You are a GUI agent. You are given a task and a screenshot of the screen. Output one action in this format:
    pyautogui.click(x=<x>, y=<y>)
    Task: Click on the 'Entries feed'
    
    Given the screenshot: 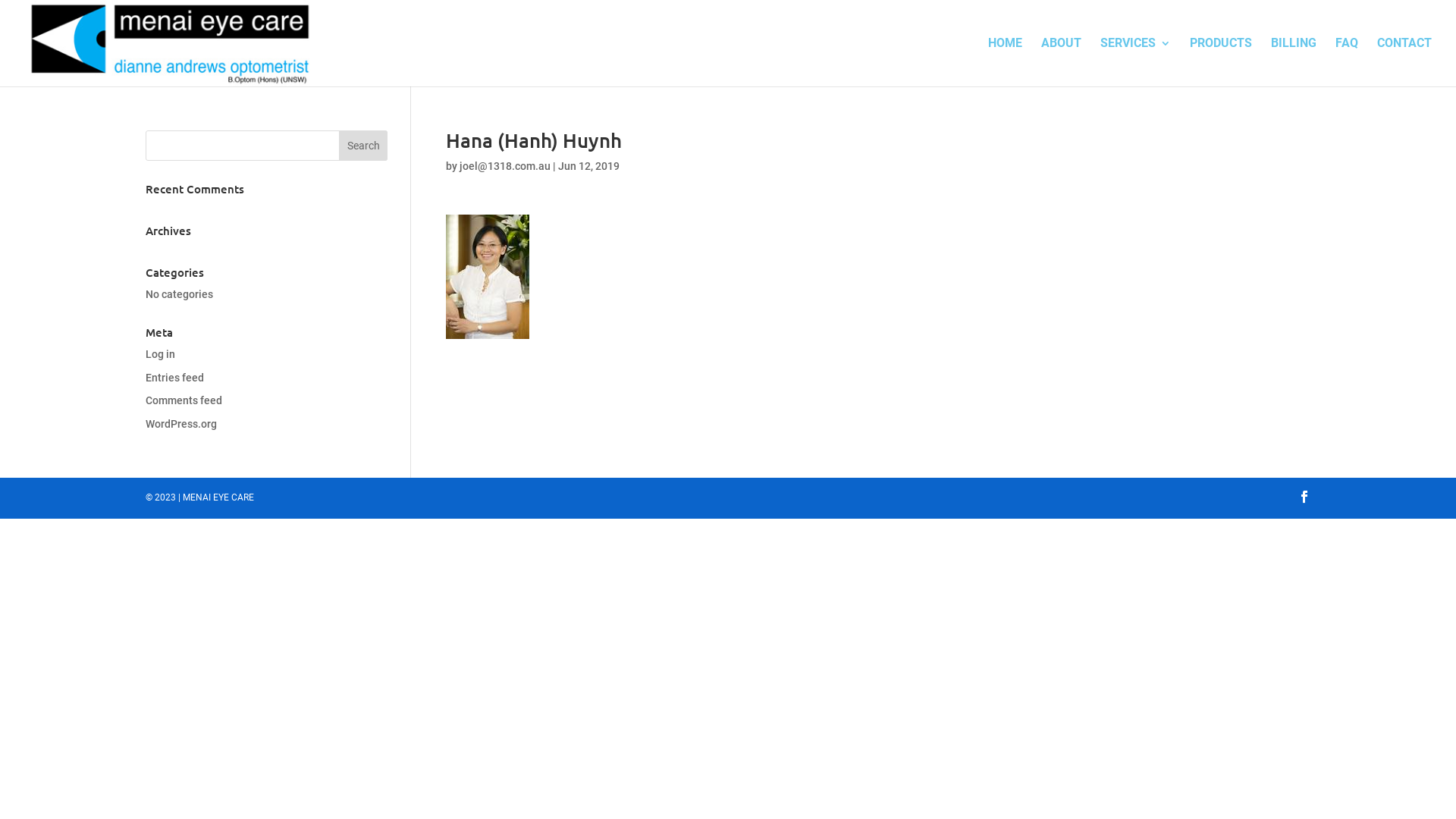 What is the action you would take?
    pyautogui.click(x=146, y=376)
    